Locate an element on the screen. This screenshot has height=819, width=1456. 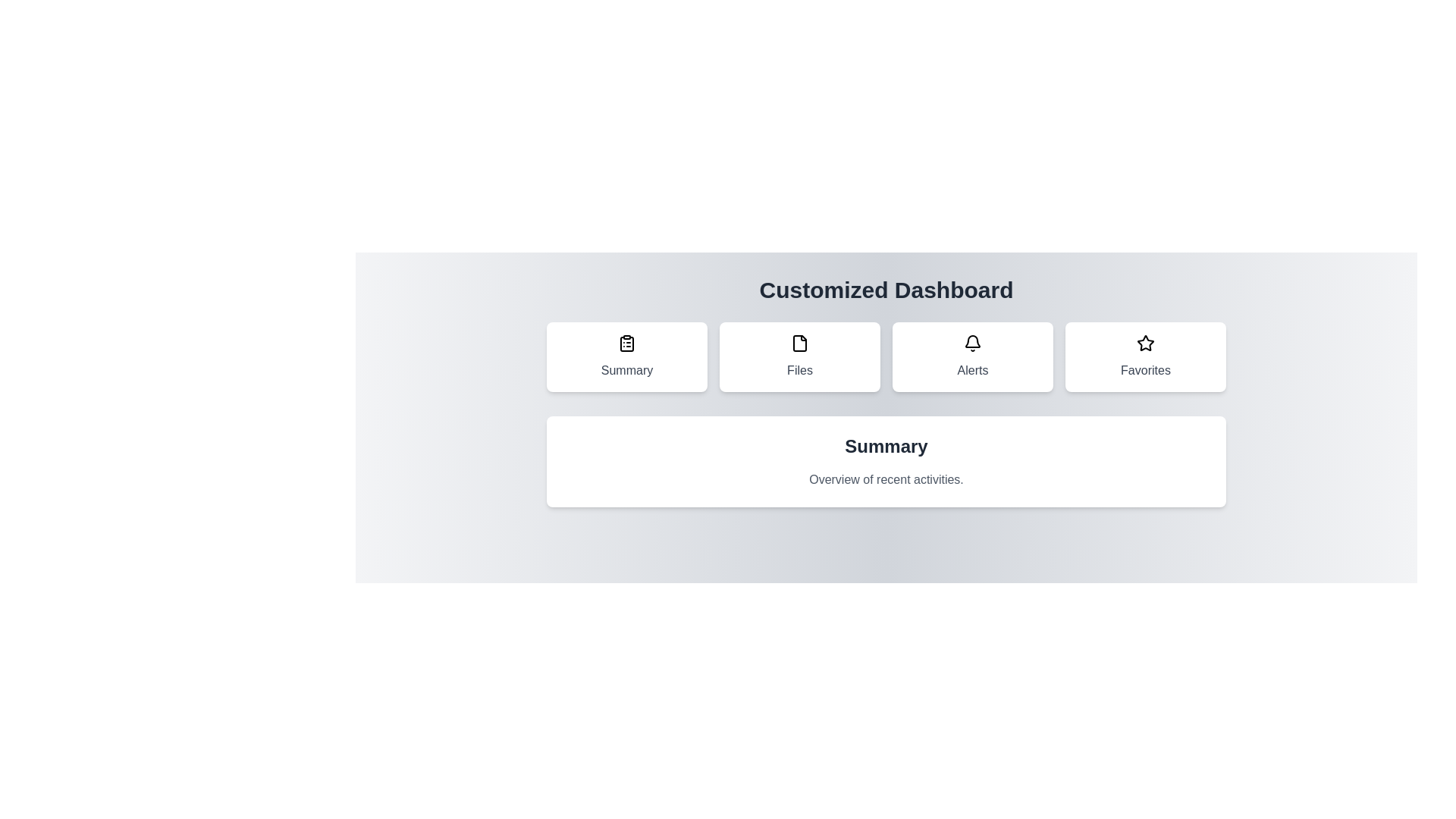
the first button card located in the top-left of the grid layout is located at coordinates (626, 356).